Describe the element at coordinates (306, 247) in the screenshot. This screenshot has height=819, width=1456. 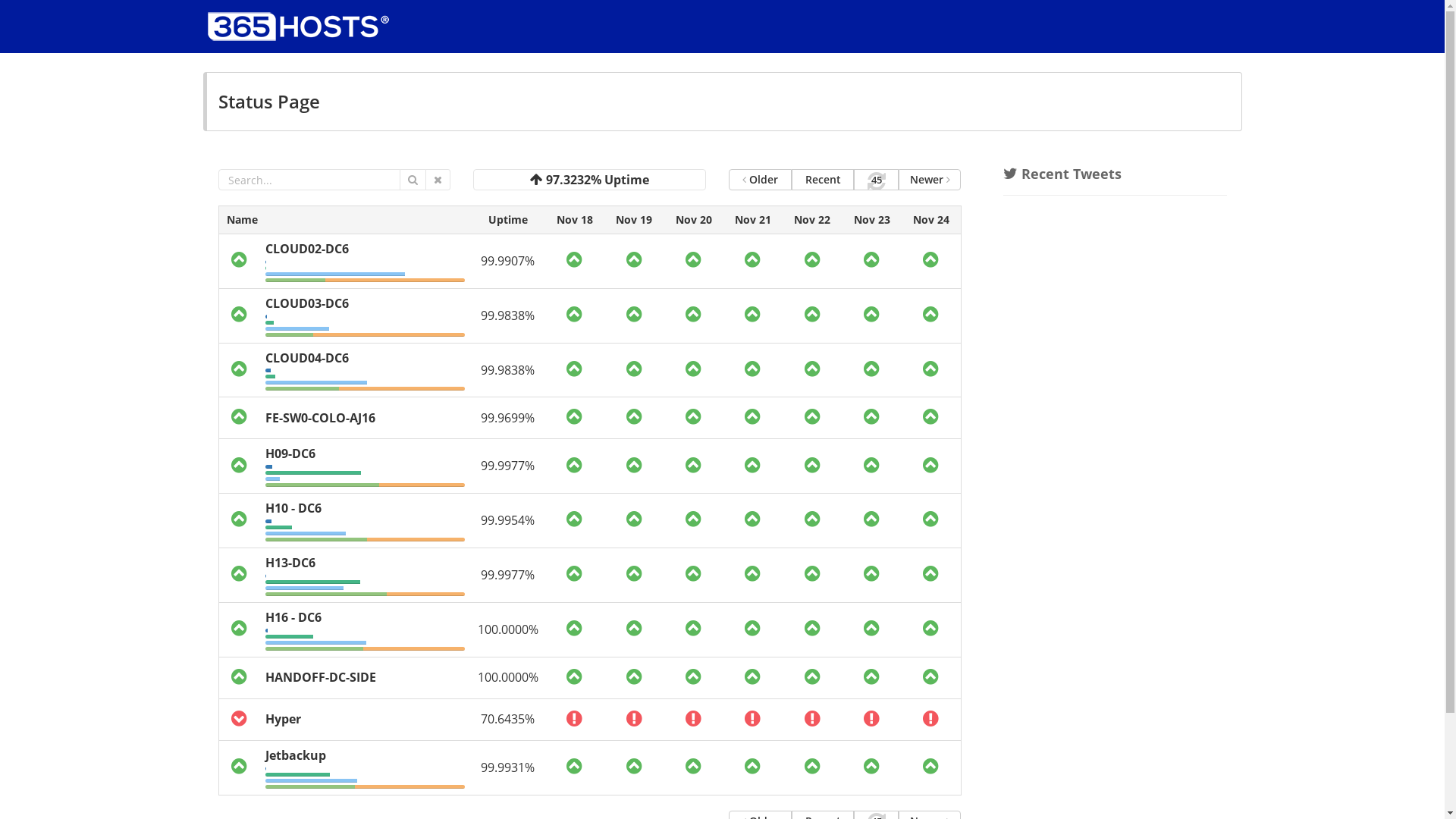
I see `'CLOUD02-DC6'` at that location.